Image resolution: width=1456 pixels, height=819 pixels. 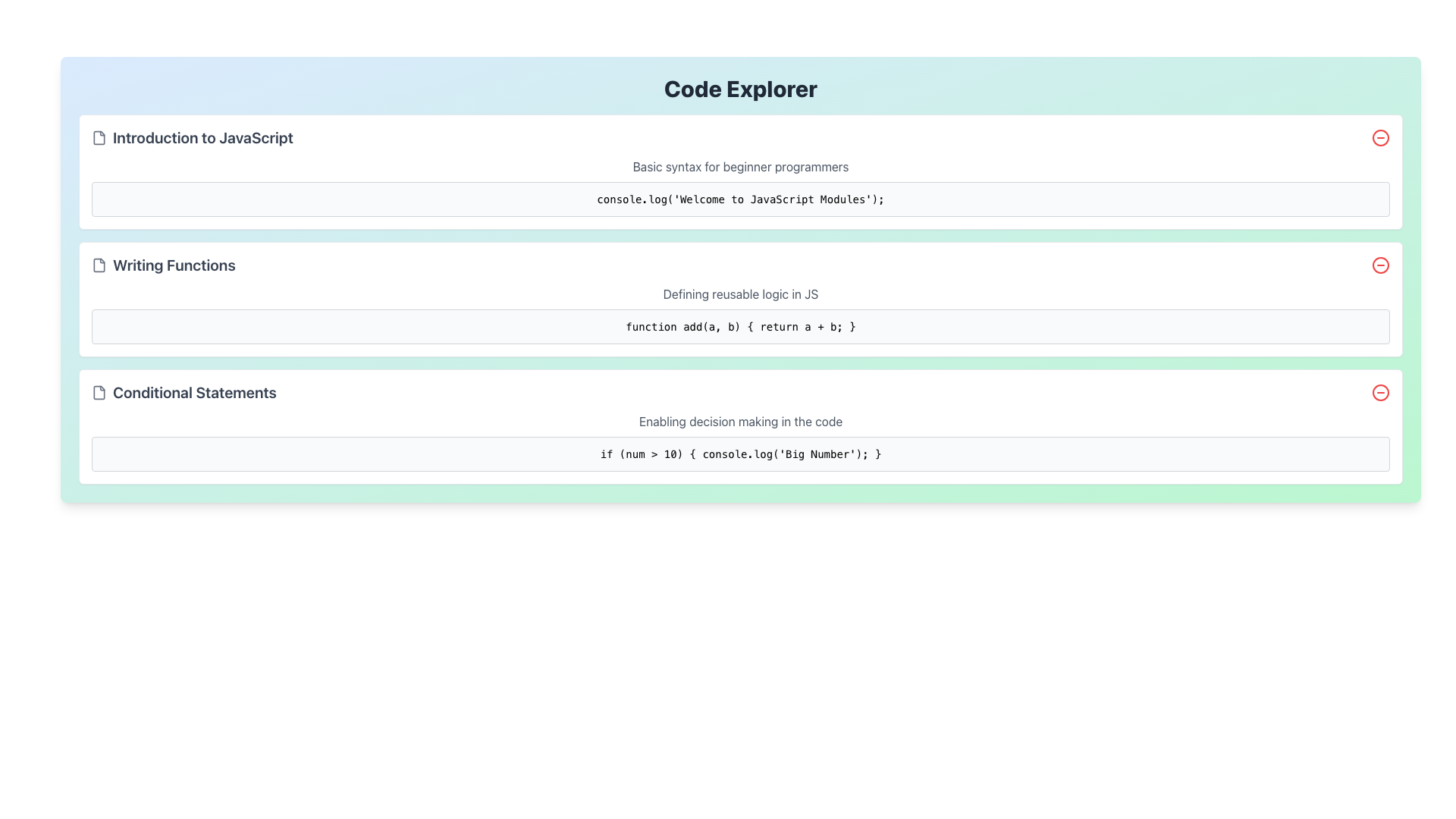 What do you see at coordinates (741, 166) in the screenshot?
I see `static text label that reads 'Basic syntax for beginner programmers.' located in the 'Introduction to JavaScript' section` at bounding box center [741, 166].